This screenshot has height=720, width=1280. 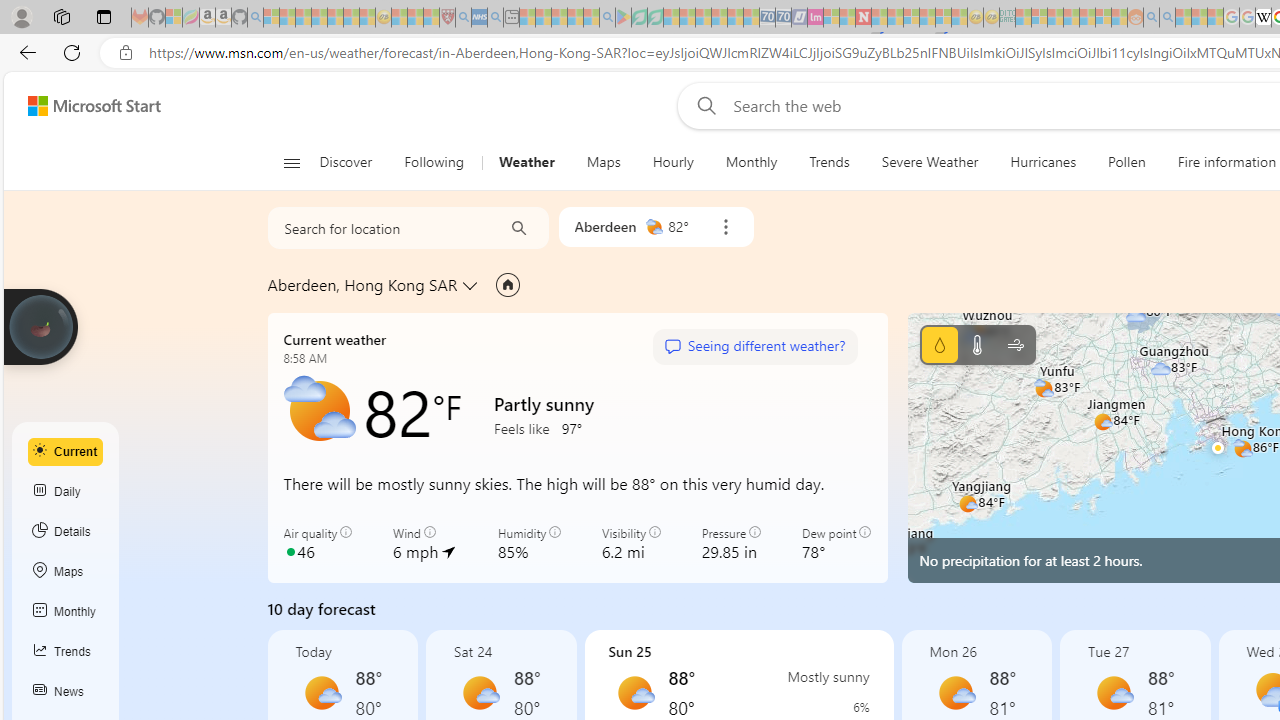 What do you see at coordinates (65, 492) in the screenshot?
I see `'Daily'` at bounding box center [65, 492].